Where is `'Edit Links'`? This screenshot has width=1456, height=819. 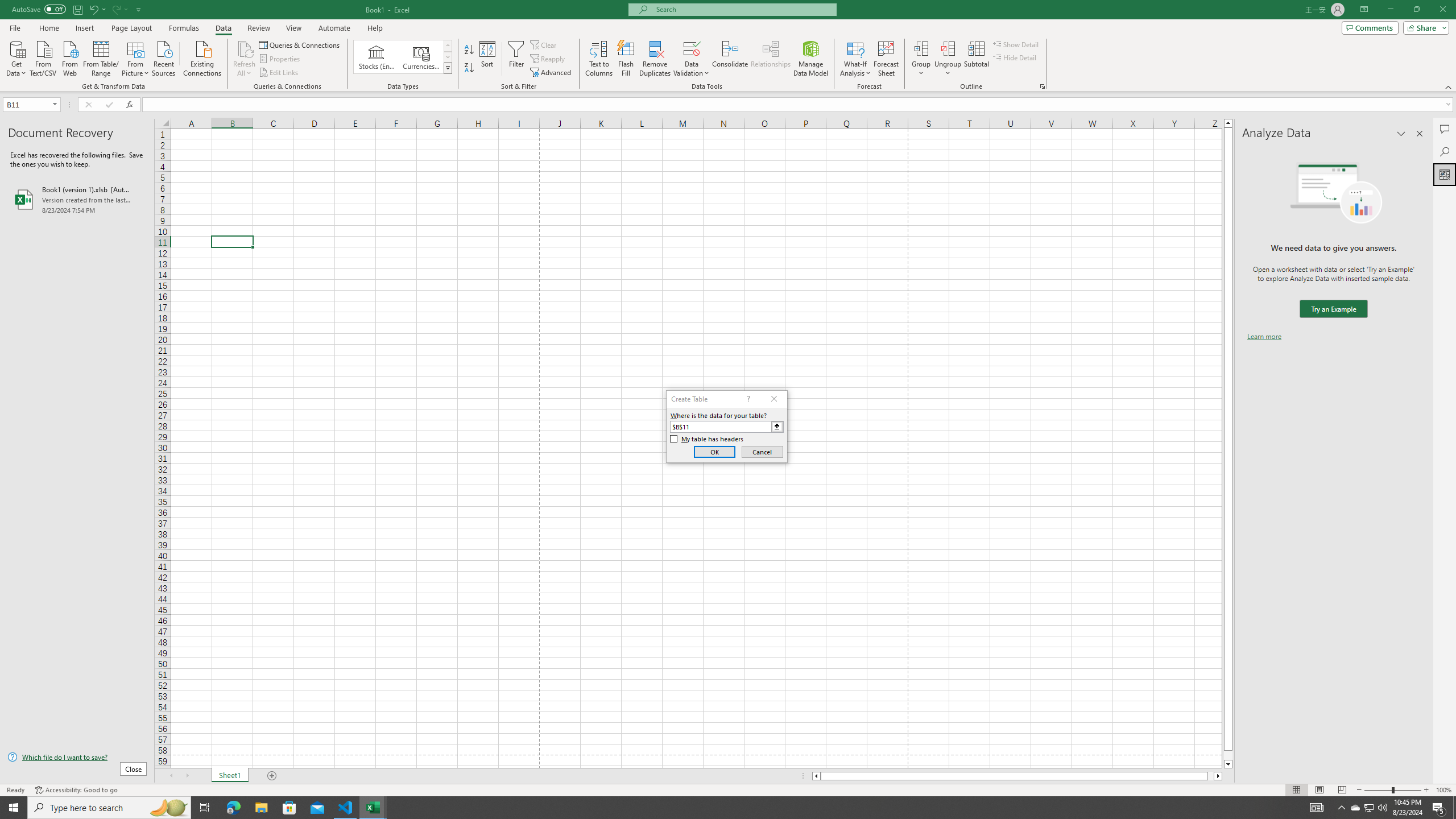
'Edit Links' is located at coordinates (279, 72).